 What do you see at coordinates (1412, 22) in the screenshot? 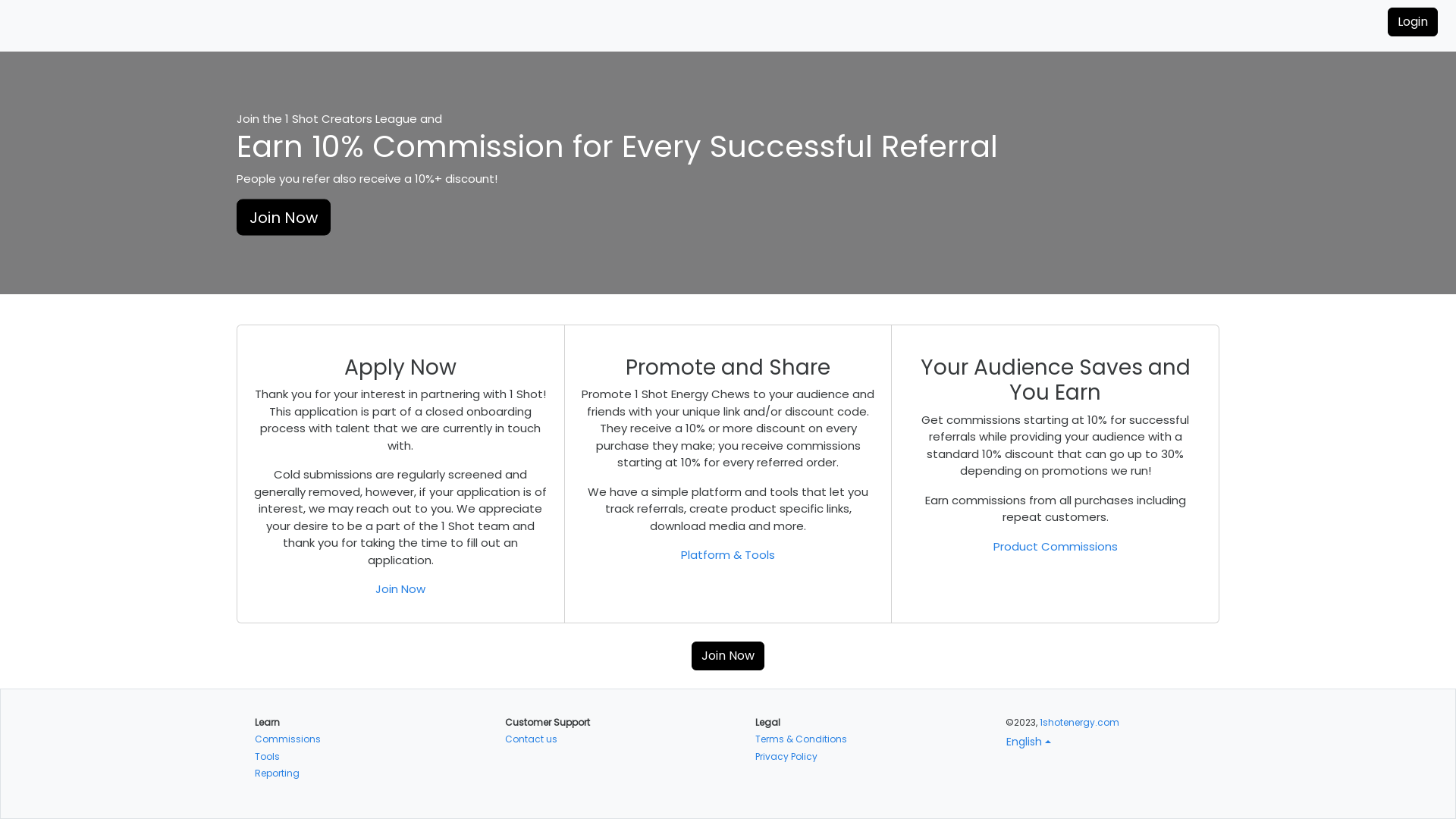
I see `'Login'` at bounding box center [1412, 22].